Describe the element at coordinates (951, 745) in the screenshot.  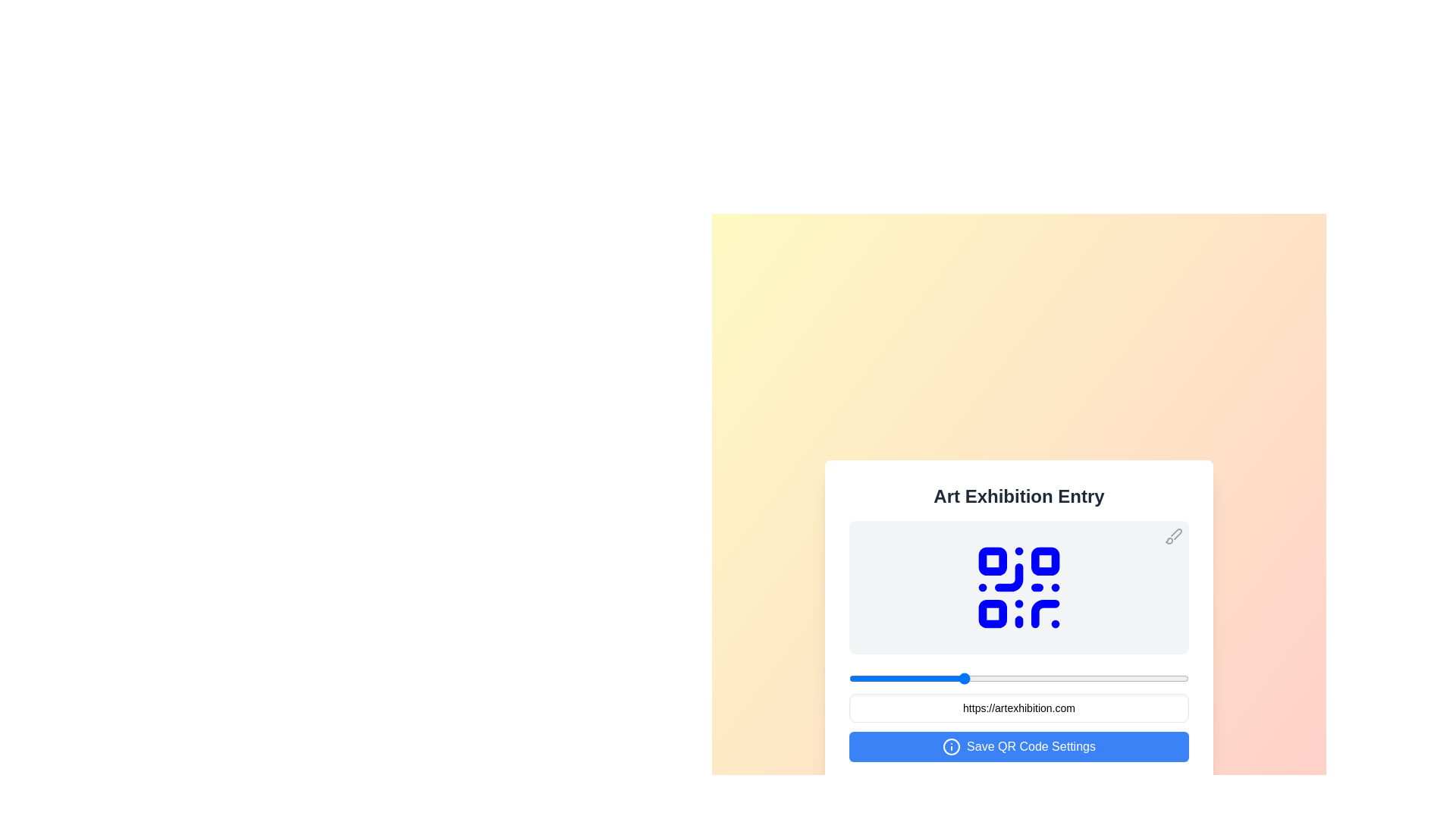
I see `the decorative circular icon located within the button near the bottom-left side of the rectangular panel` at that location.